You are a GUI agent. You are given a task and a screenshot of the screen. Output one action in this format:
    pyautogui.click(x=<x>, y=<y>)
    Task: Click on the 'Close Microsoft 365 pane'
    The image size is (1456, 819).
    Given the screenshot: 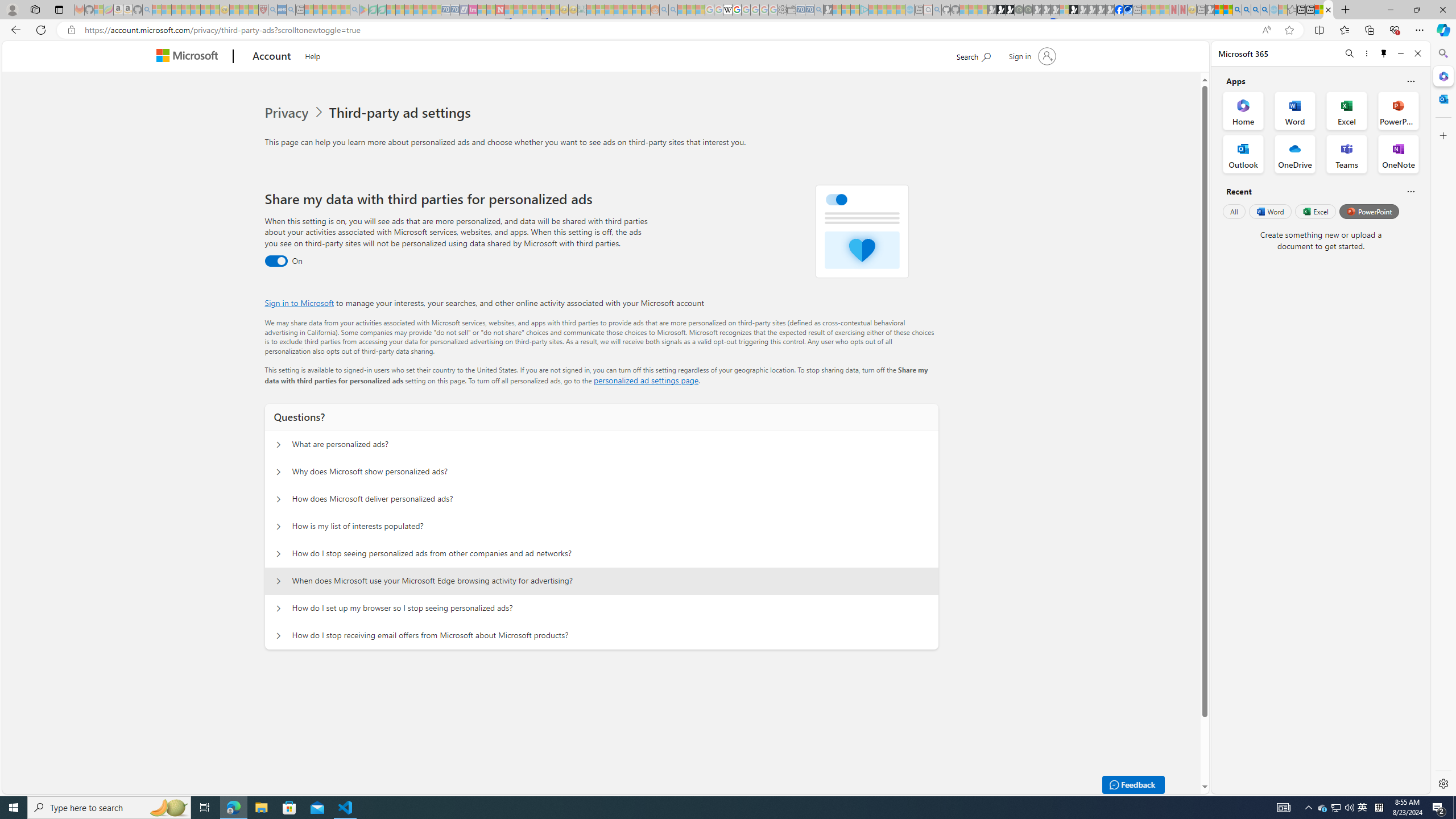 What is the action you would take?
    pyautogui.click(x=1442, y=76)
    